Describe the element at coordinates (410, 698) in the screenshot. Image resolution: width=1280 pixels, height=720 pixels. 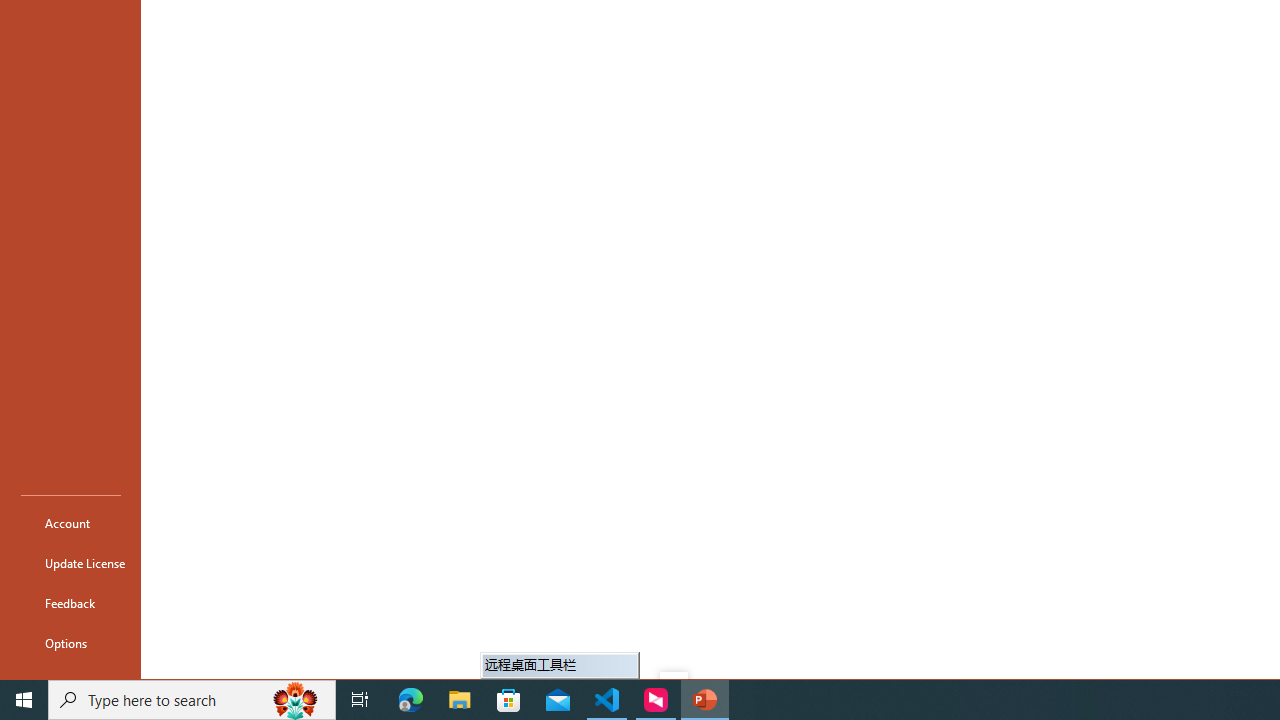
I see `'Microsoft Edge'` at that location.